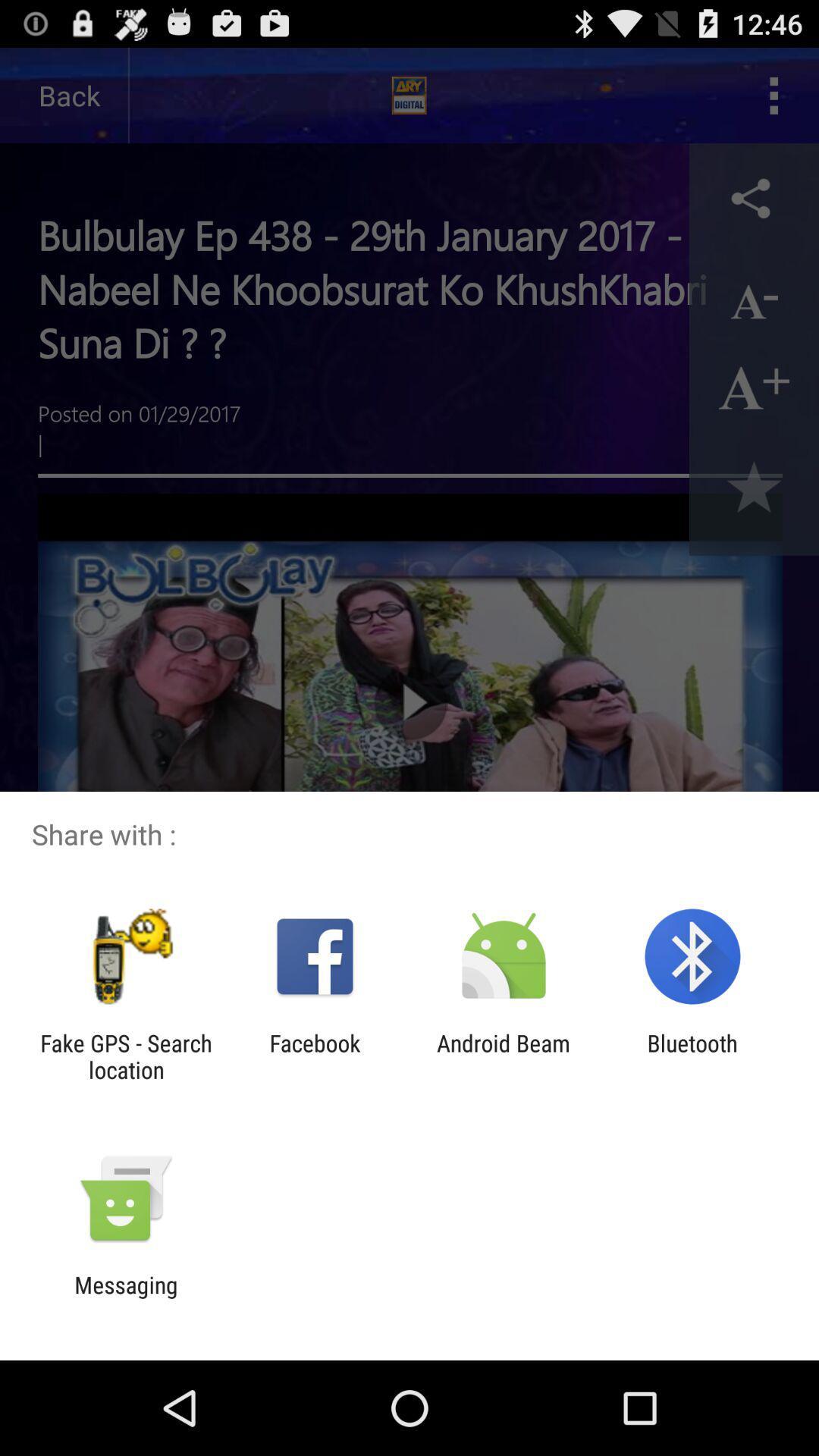  I want to click on icon next to the fake gps search, so click(314, 1056).